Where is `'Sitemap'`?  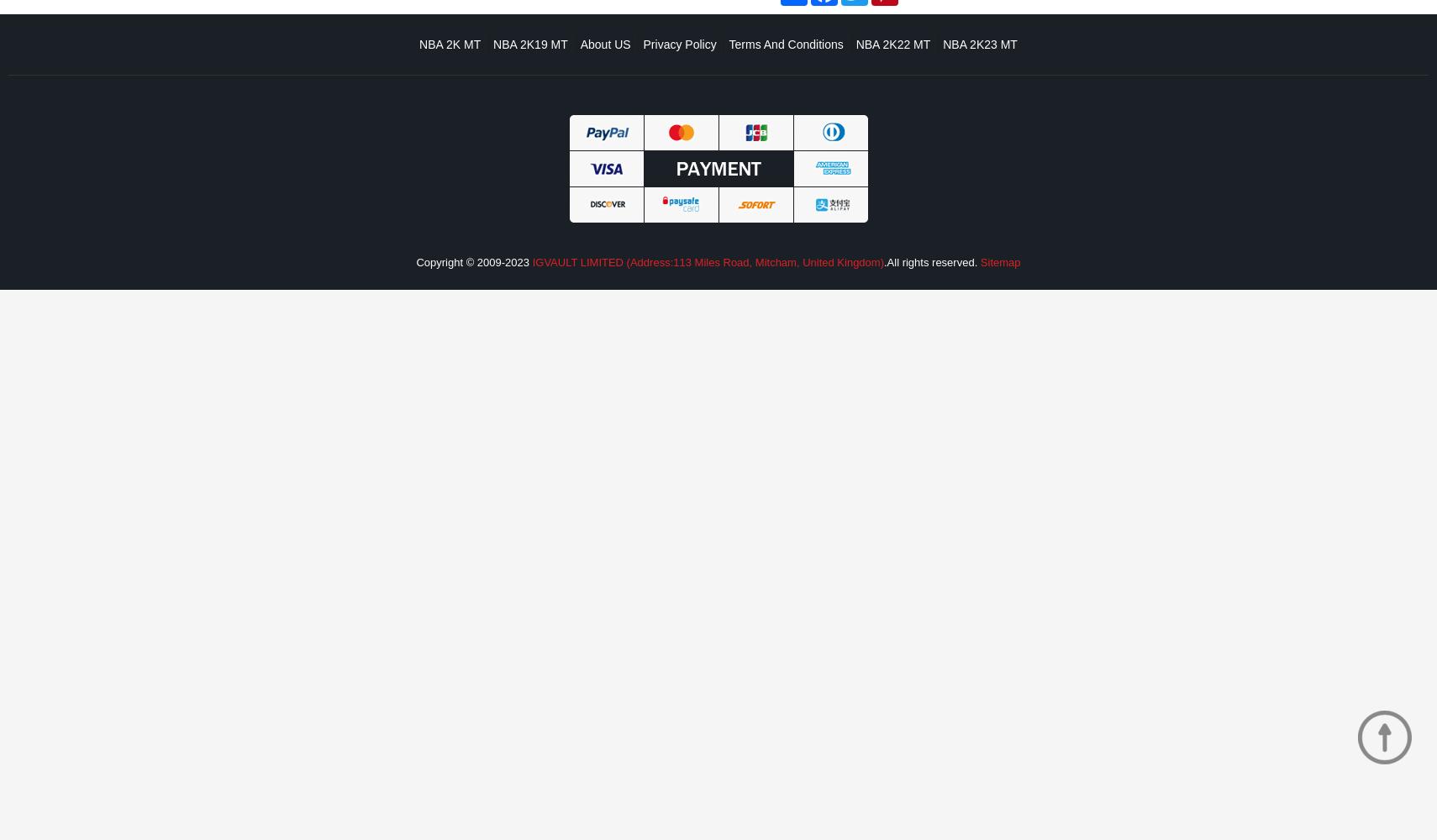
'Sitemap' is located at coordinates (998, 262).